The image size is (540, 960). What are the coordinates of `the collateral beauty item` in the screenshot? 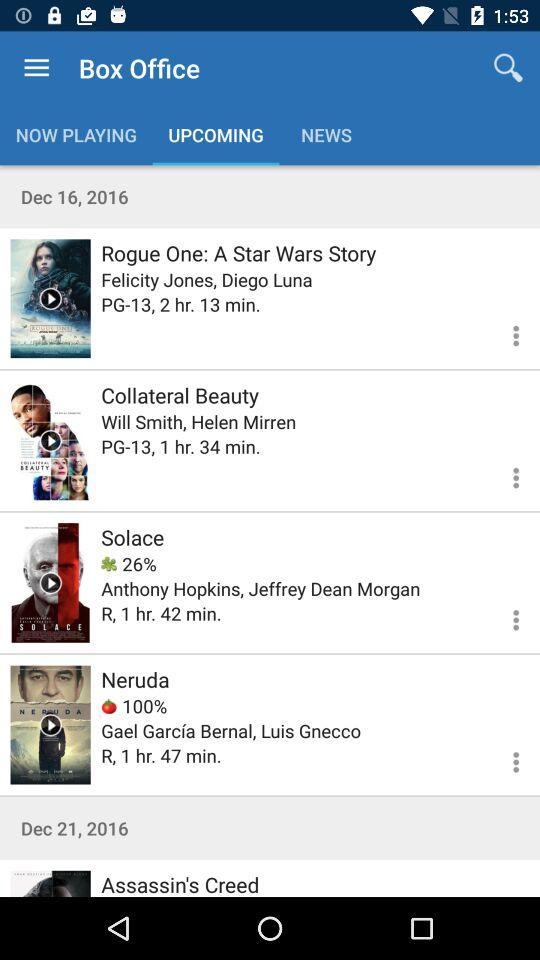 It's located at (180, 394).